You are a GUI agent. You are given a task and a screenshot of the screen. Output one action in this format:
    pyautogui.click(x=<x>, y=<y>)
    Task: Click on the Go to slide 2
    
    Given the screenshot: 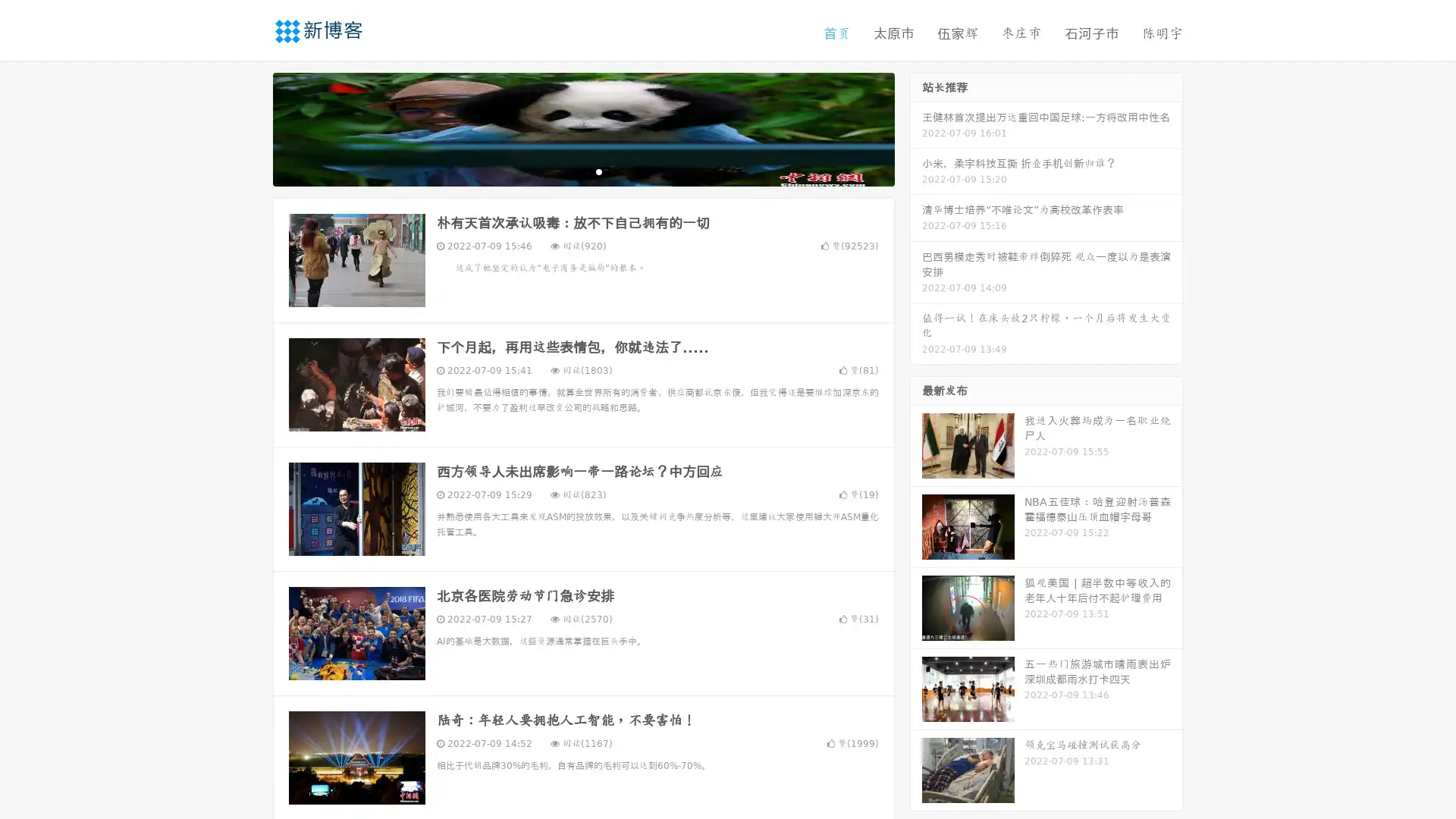 What is the action you would take?
    pyautogui.click(x=582, y=171)
    